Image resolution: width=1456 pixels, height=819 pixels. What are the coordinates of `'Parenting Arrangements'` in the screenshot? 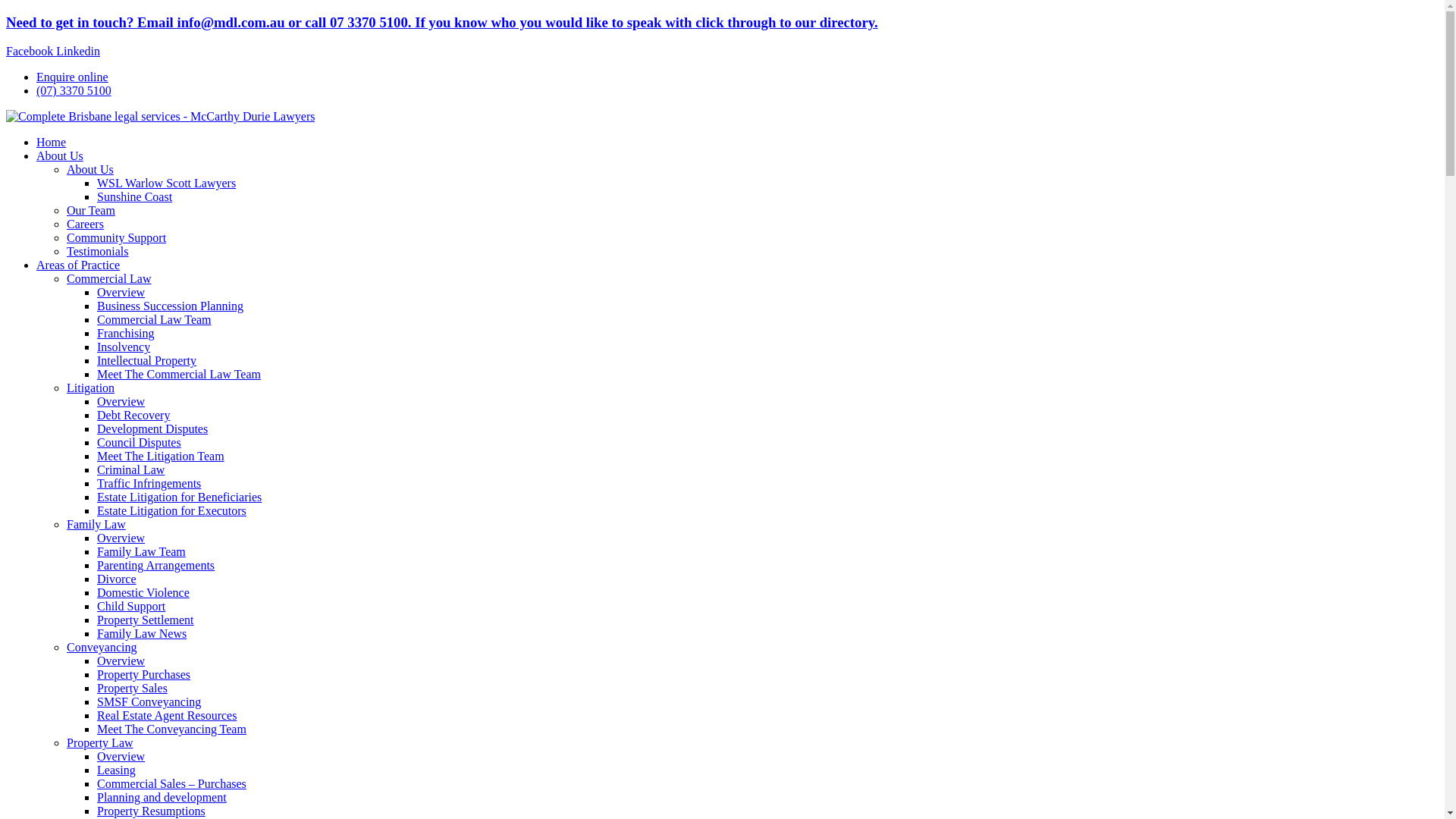 It's located at (96, 565).